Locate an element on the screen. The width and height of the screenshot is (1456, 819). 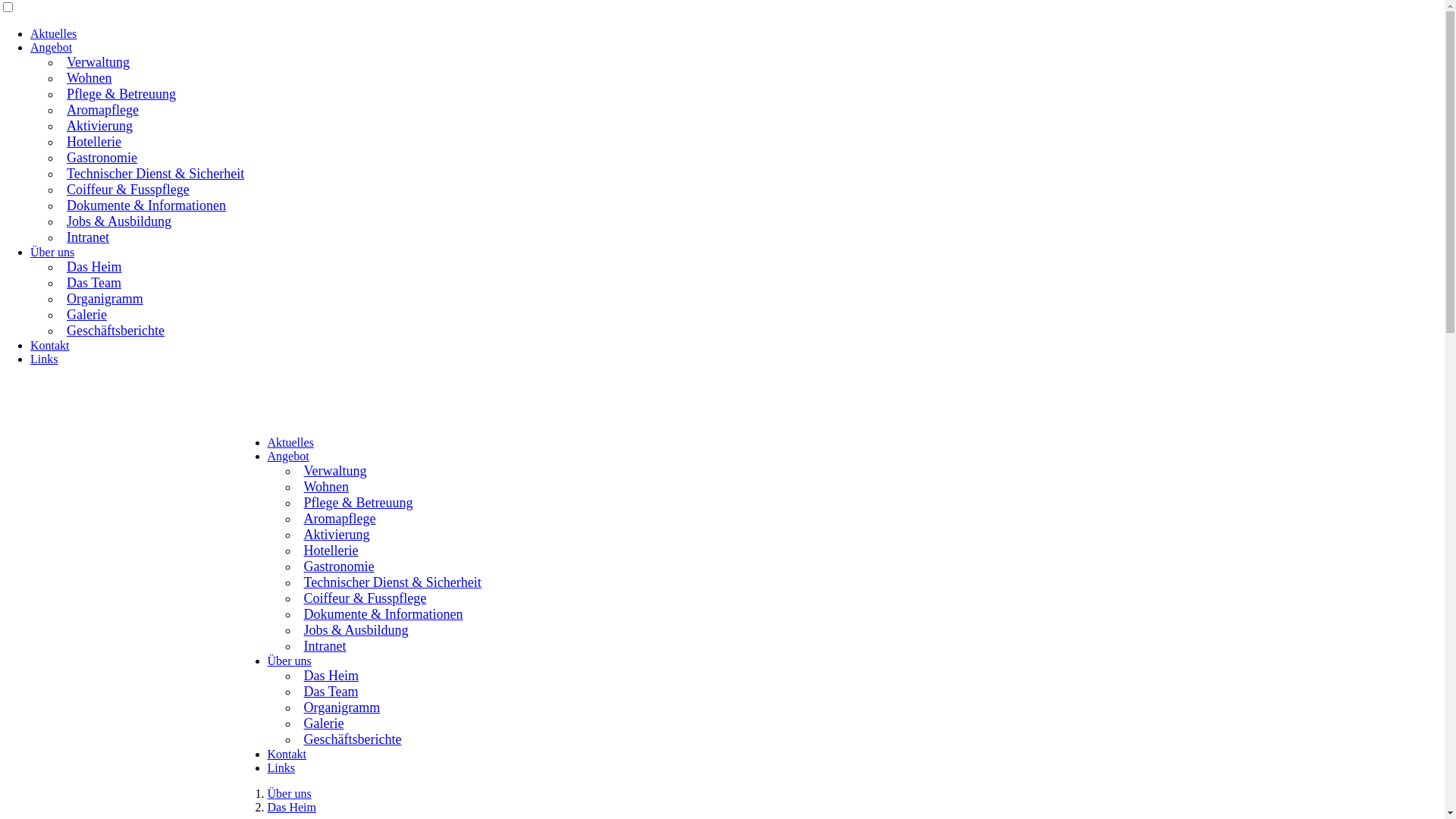
'Das Team' is located at coordinates (61, 281).